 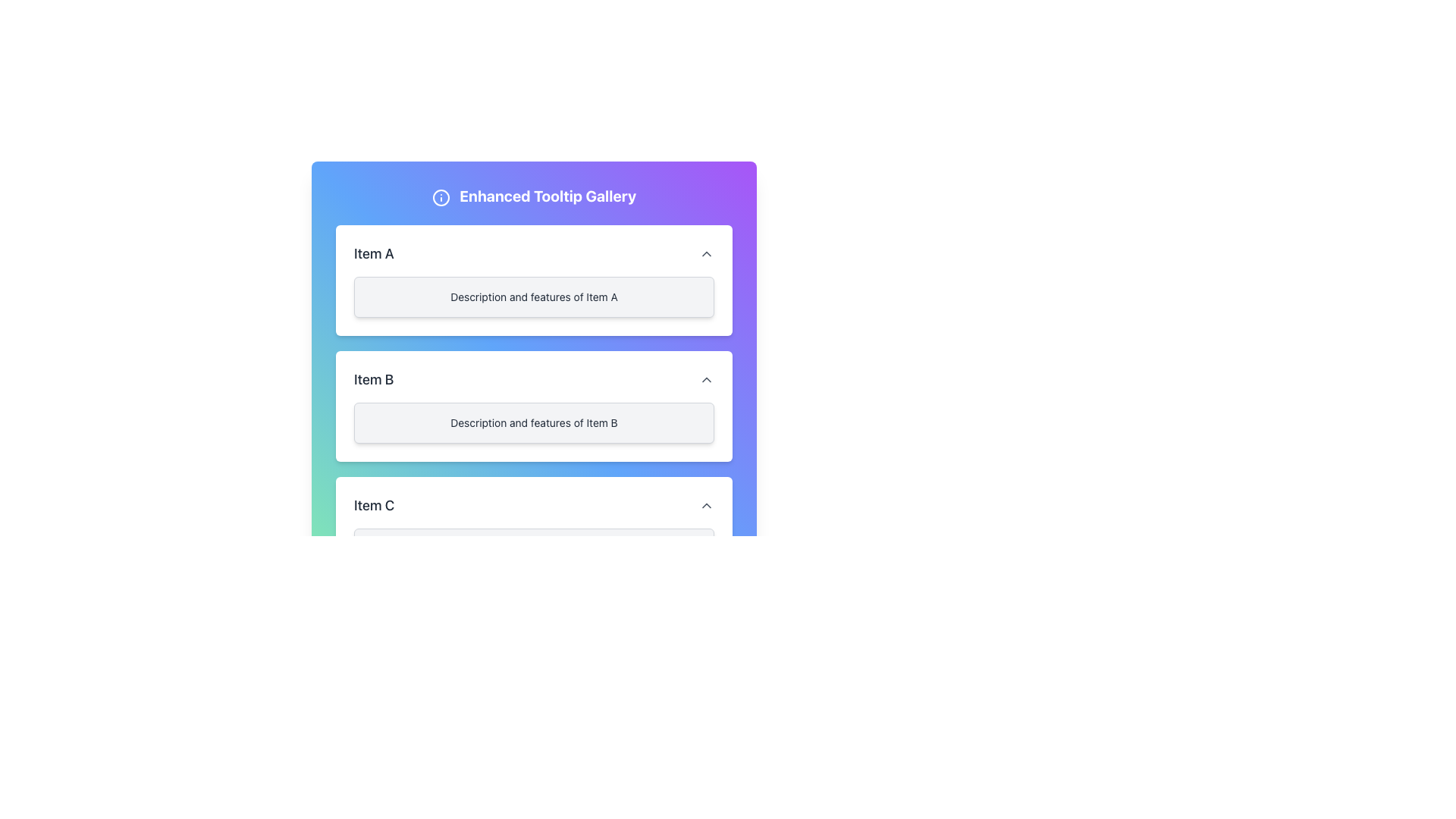 What do you see at coordinates (374, 253) in the screenshot?
I see `the text label displaying 'Item A' which is styled in a medium-bold sans-serif font, as it may have interactive controls associated with it` at bounding box center [374, 253].